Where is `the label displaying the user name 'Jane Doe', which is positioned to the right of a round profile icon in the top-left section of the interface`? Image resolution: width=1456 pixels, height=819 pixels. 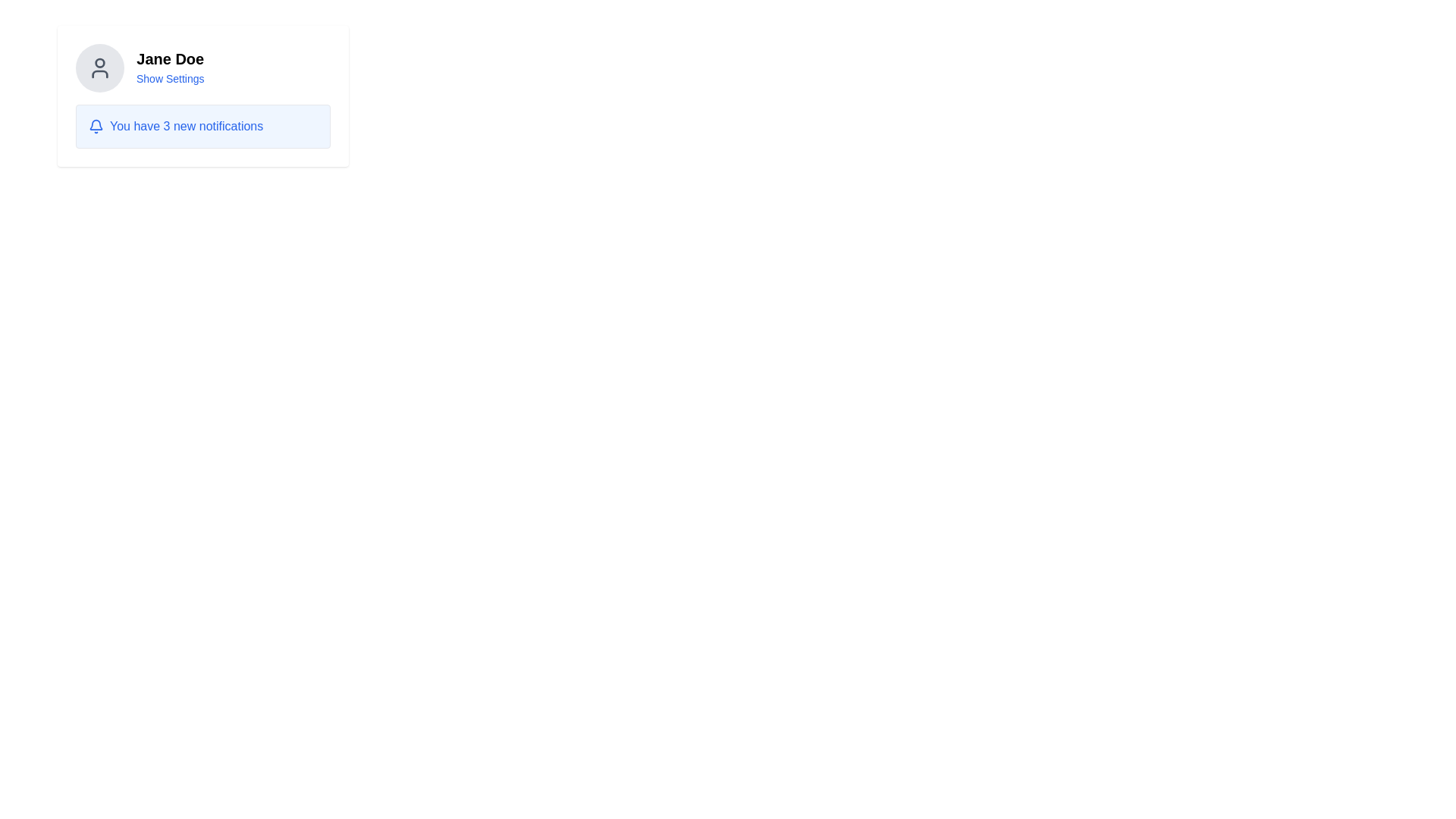
the label displaying the user name 'Jane Doe', which is positioned to the right of a round profile icon in the top-left section of the interface is located at coordinates (170, 58).